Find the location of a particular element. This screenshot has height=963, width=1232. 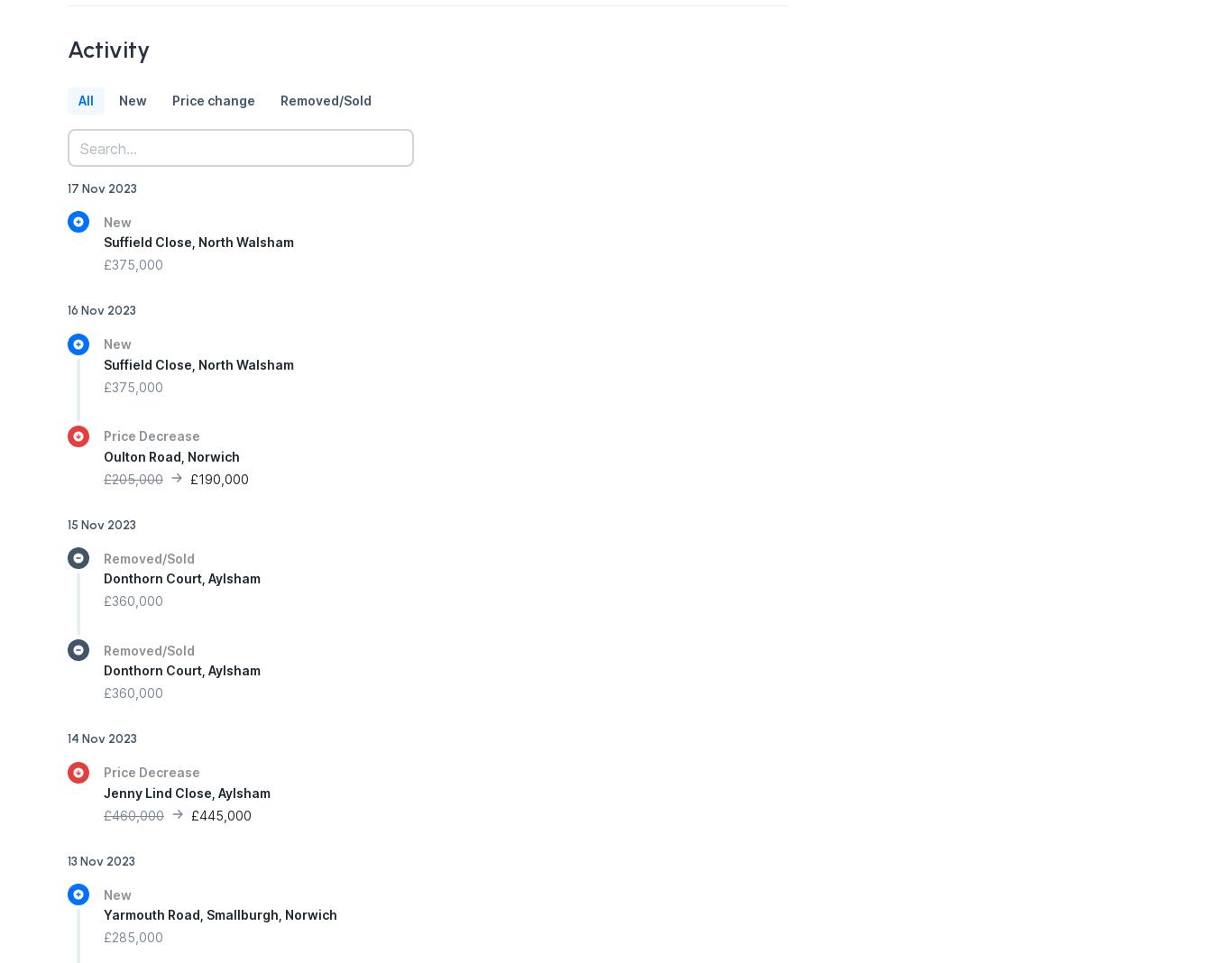

'Oulton Road, Norwich' is located at coordinates (170, 455).